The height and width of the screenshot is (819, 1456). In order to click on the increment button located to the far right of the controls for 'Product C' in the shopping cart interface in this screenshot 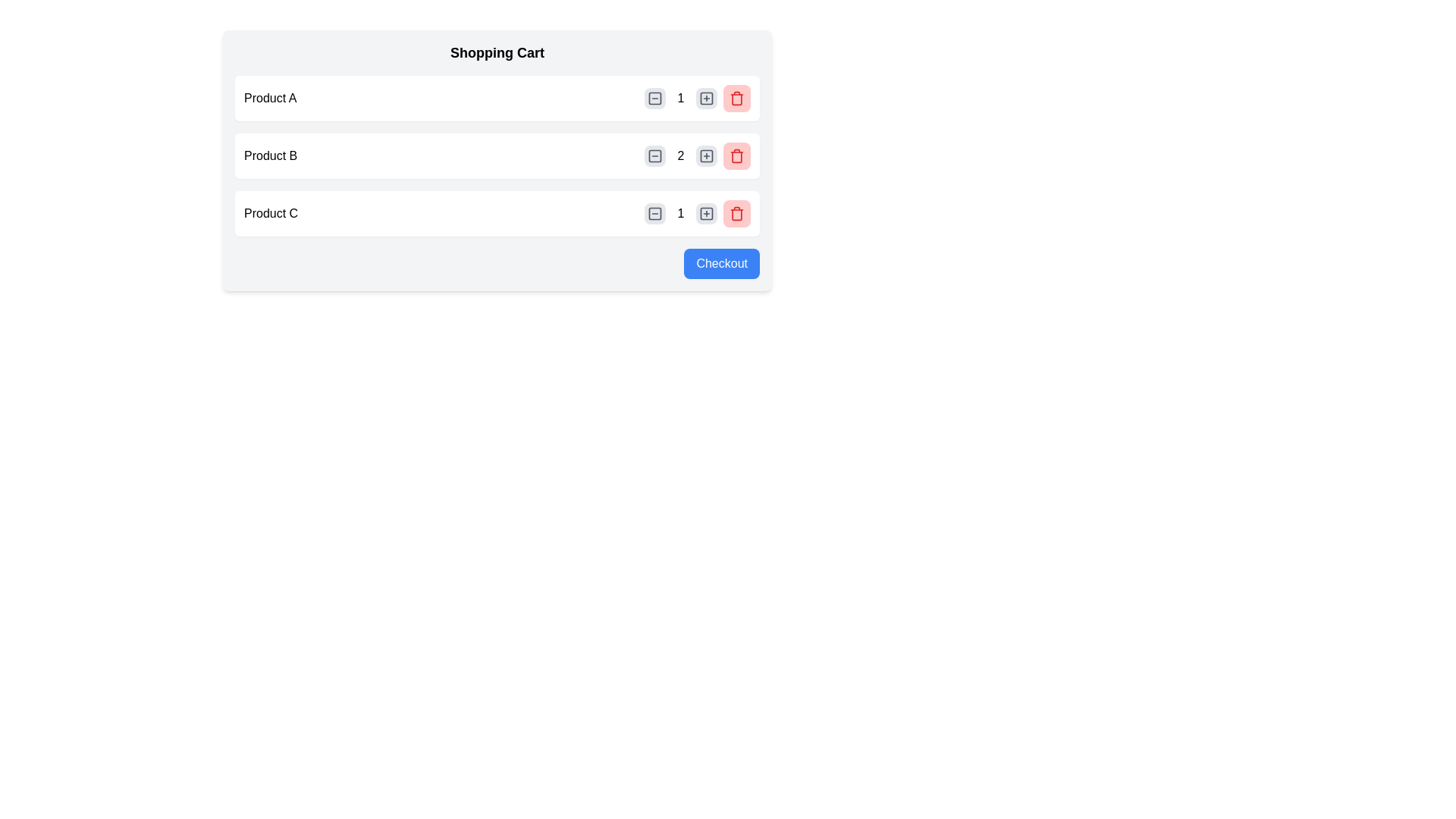, I will do `click(705, 213)`.